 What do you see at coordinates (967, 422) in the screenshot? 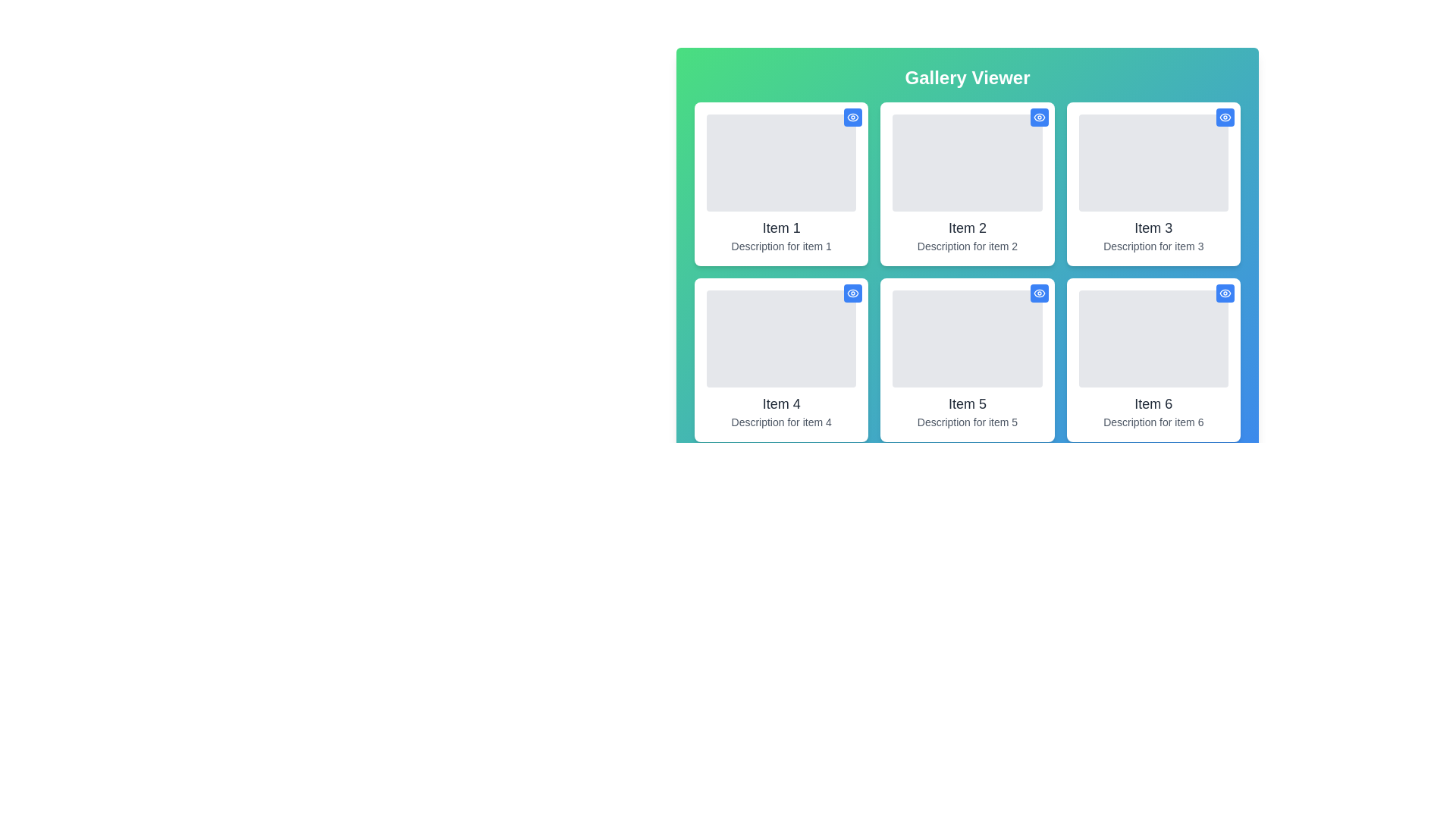
I see `the text label that provides descriptive information regarding 'Item 5', located within the fifth card in a grid layout` at bounding box center [967, 422].